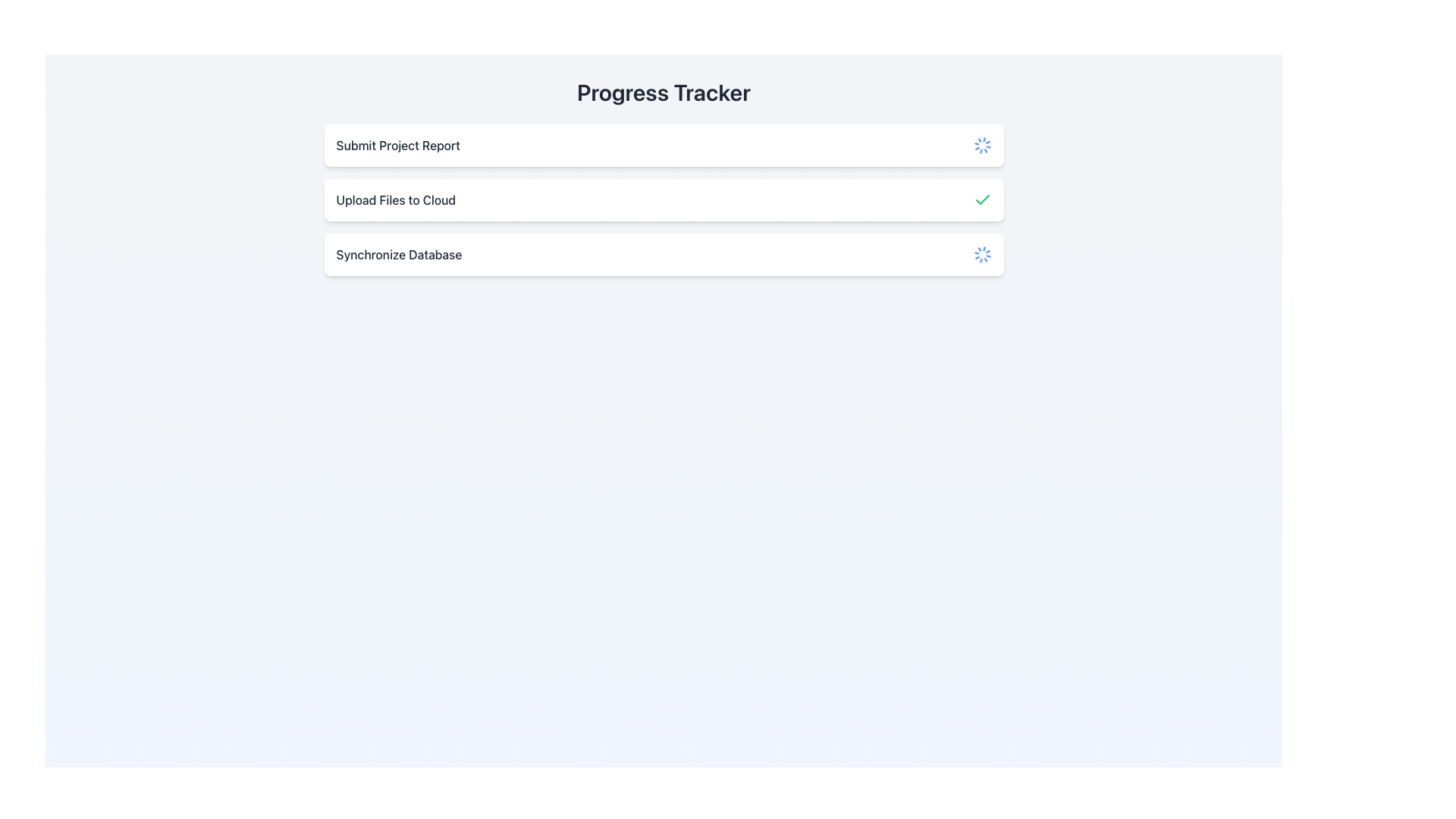 Image resolution: width=1456 pixels, height=819 pixels. I want to click on the text element displaying 'Upload Files to Cloud', which is styled in dark gray, bold, and medium font weight, and is the second item in the 'Progress Tracker' list, so click(396, 199).